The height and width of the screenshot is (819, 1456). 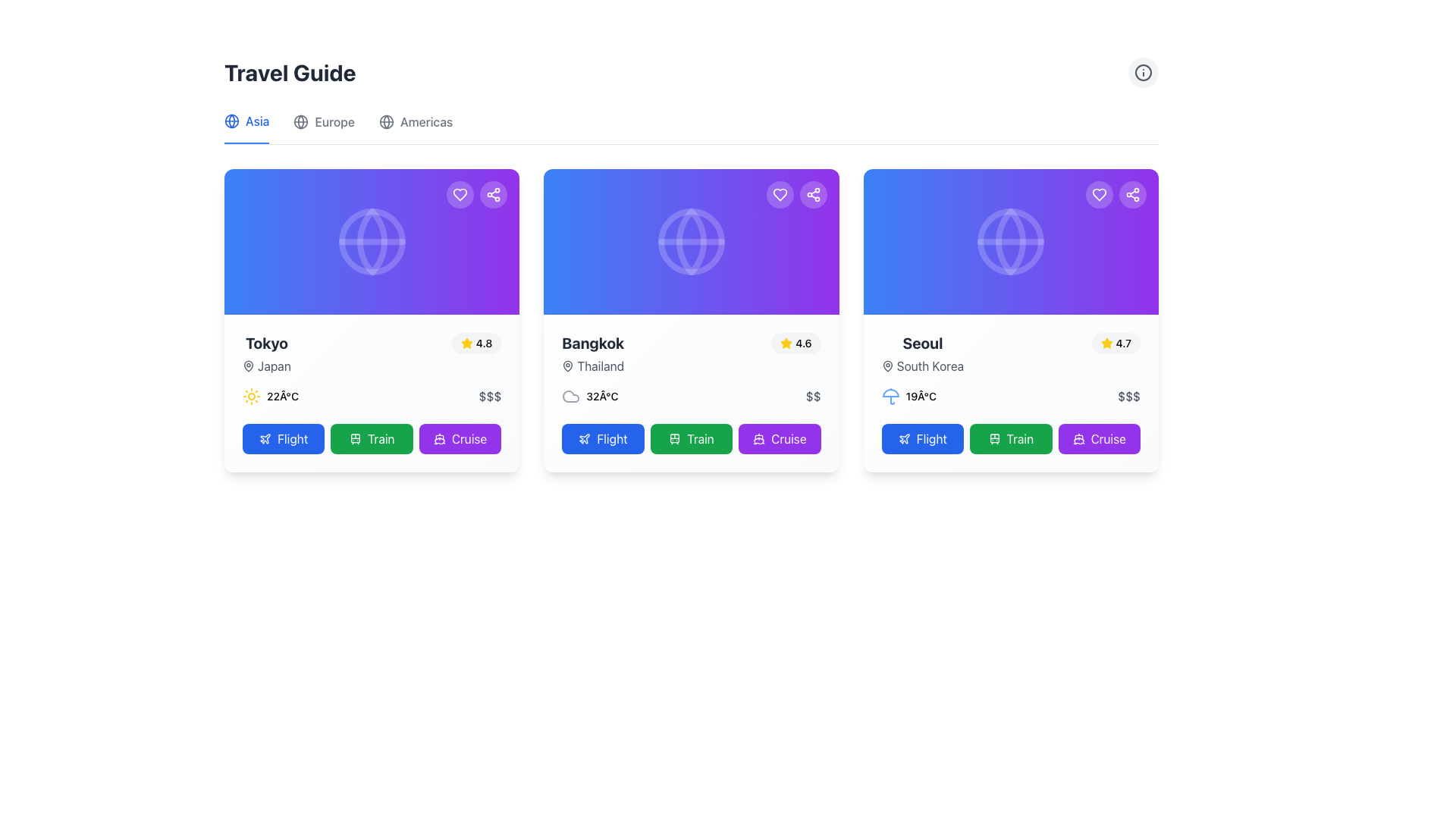 What do you see at coordinates (334, 121) in the screenshot?
I see `the 'Europe' text label located centrally in the horizontal navigation bar below the title 'Travel Guide'` at bounding box center [334, 121].